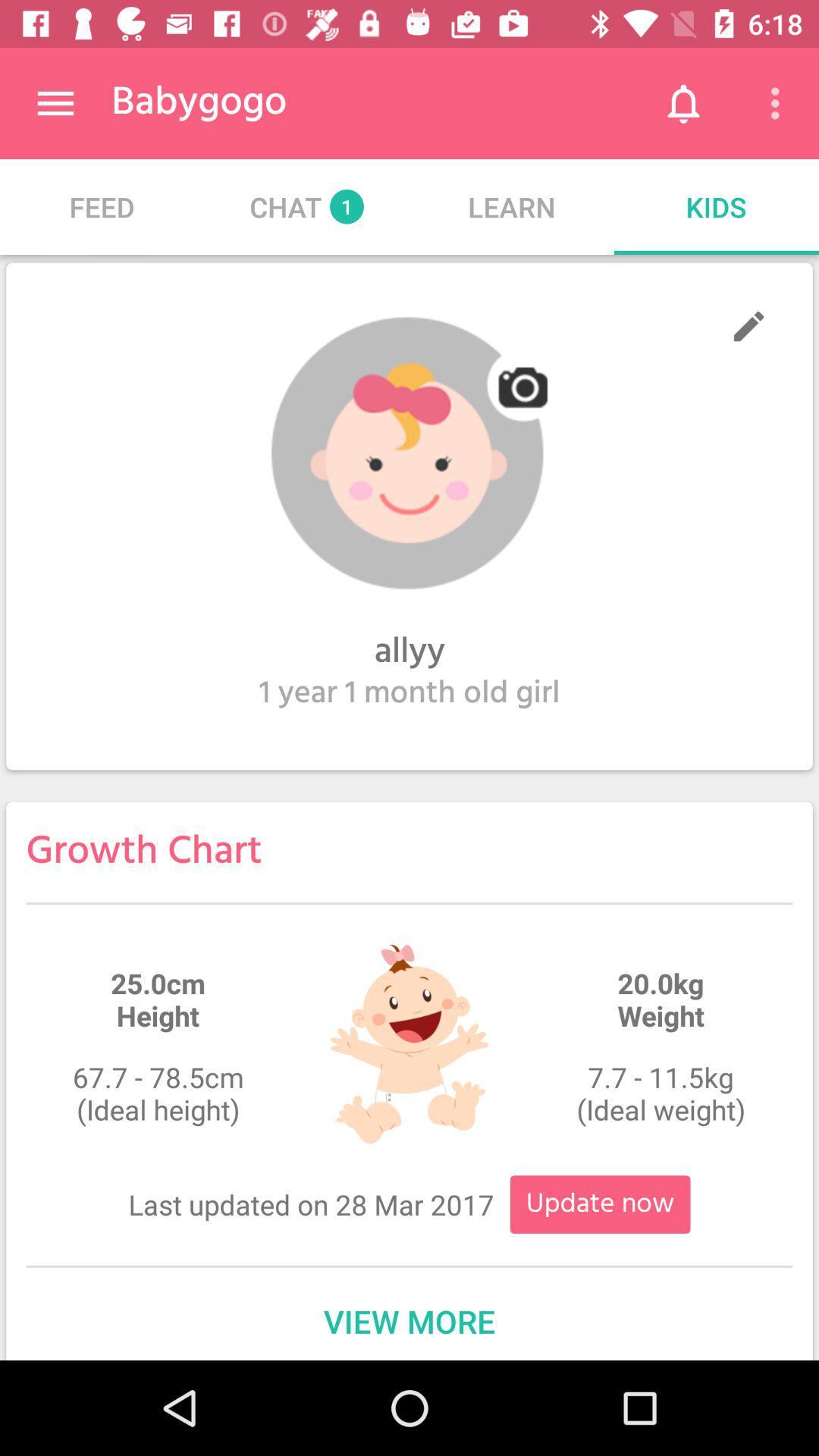 The height and width of the screenshot is (1456, 819). What do you see at coordinates (748, 325) in the screenshot?
I see `write the image` at bounding box center [748, 325].